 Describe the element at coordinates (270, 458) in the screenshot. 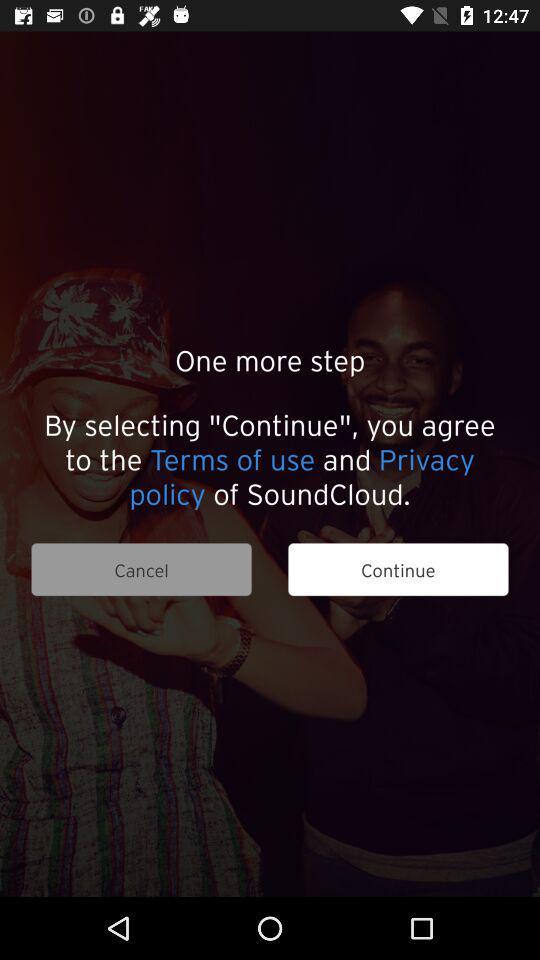

I see `the item above the cancel item` at that location.